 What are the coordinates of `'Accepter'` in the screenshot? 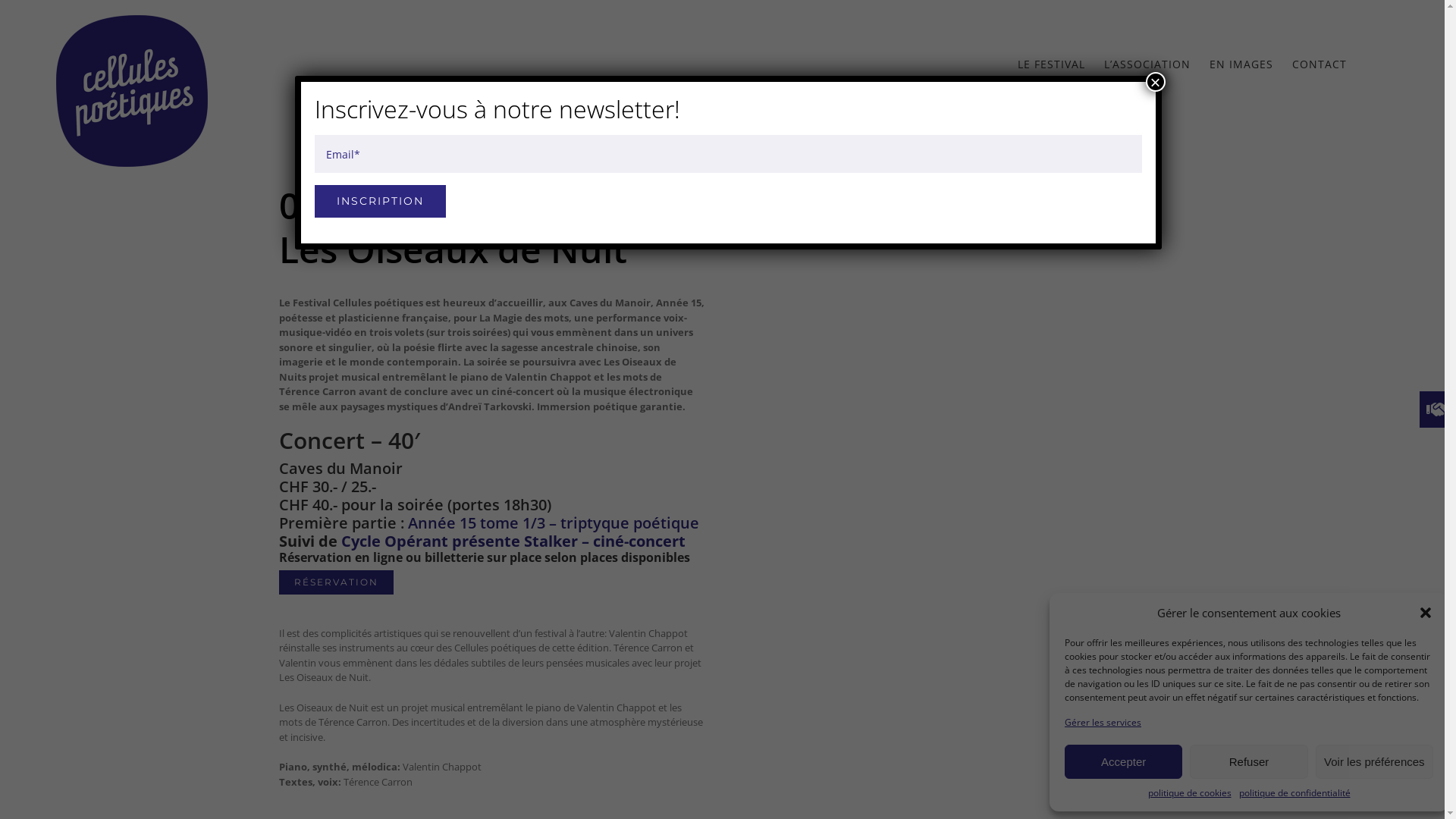 It's located at (1123, 761).